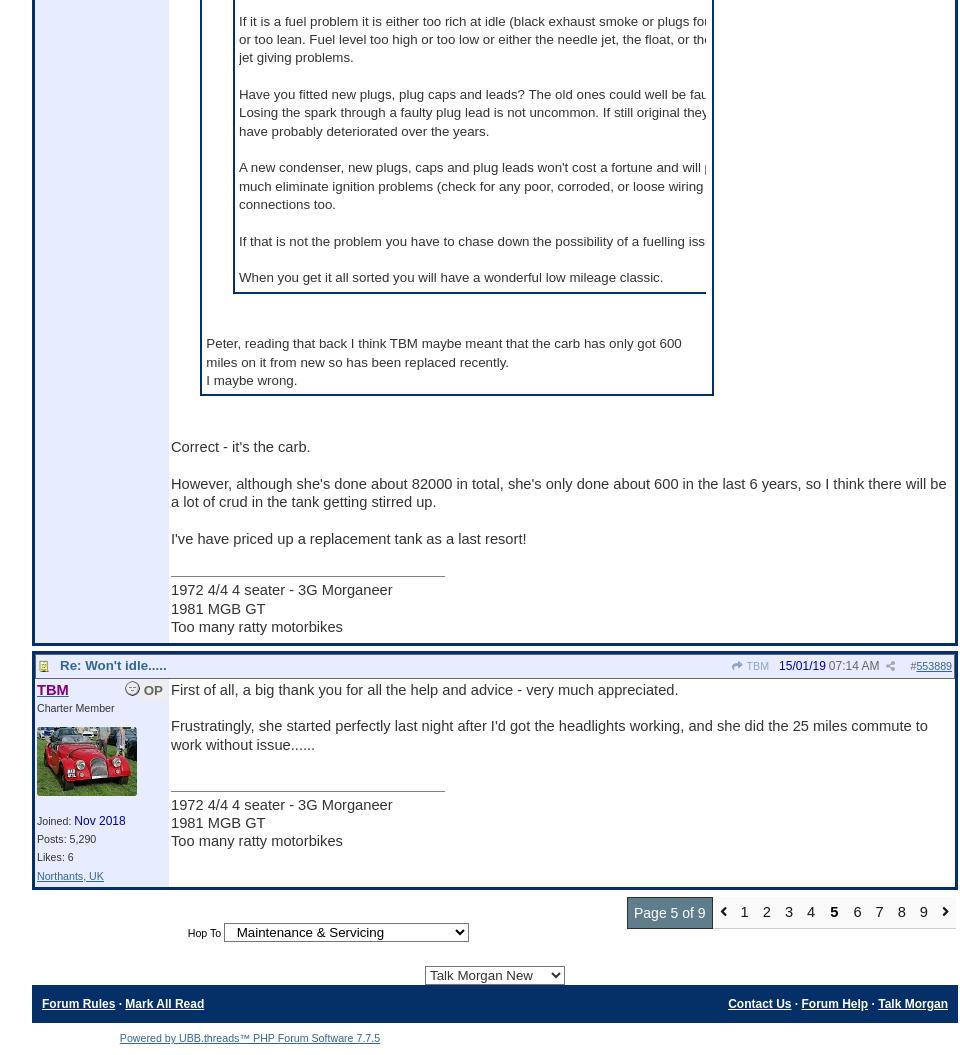 This screenshot has width=960, height=1055. Describe the element at coordinates (123, 1001) in the screenshot. I see `'Mark All Read'` at that location.